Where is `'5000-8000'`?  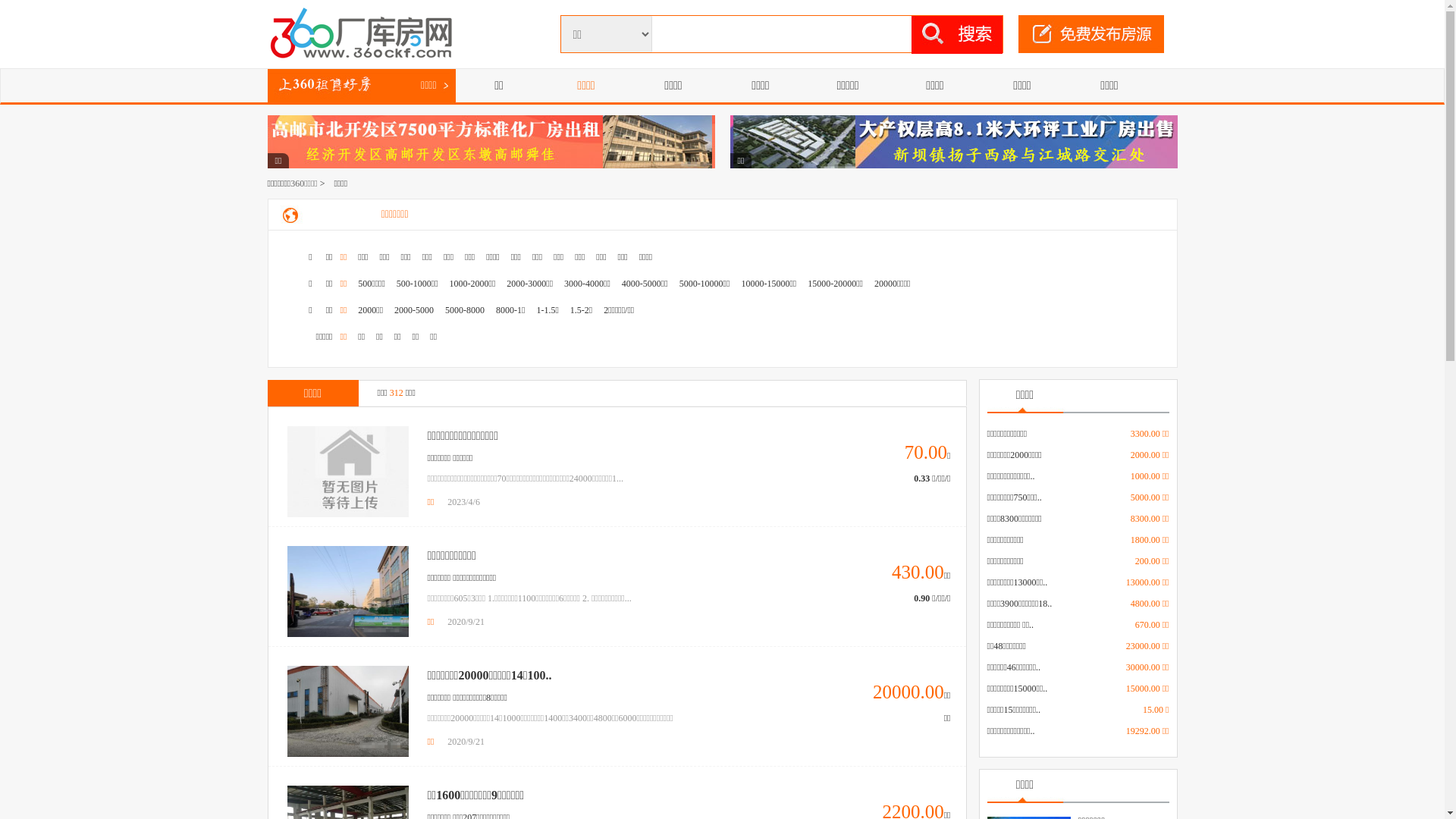 '5000-8000' is located at coordinates (464, 309).